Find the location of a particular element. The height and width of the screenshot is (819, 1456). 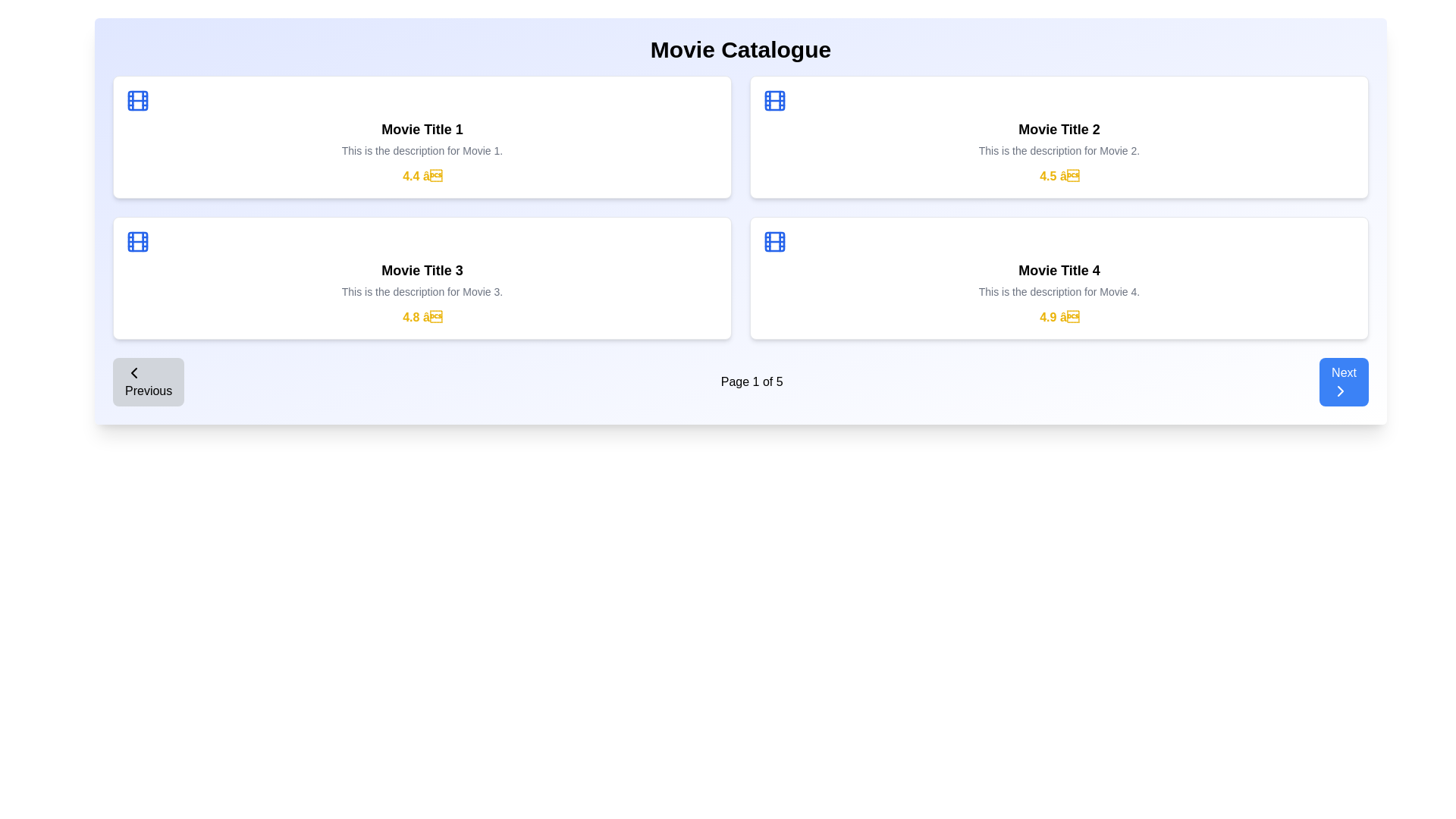

the Rating display text styled with bold yellow font displaying '4.9 â¨â' located in the fourth movie card below the movie title 'Movie Title 4' is located at coordinates (1058, 315).